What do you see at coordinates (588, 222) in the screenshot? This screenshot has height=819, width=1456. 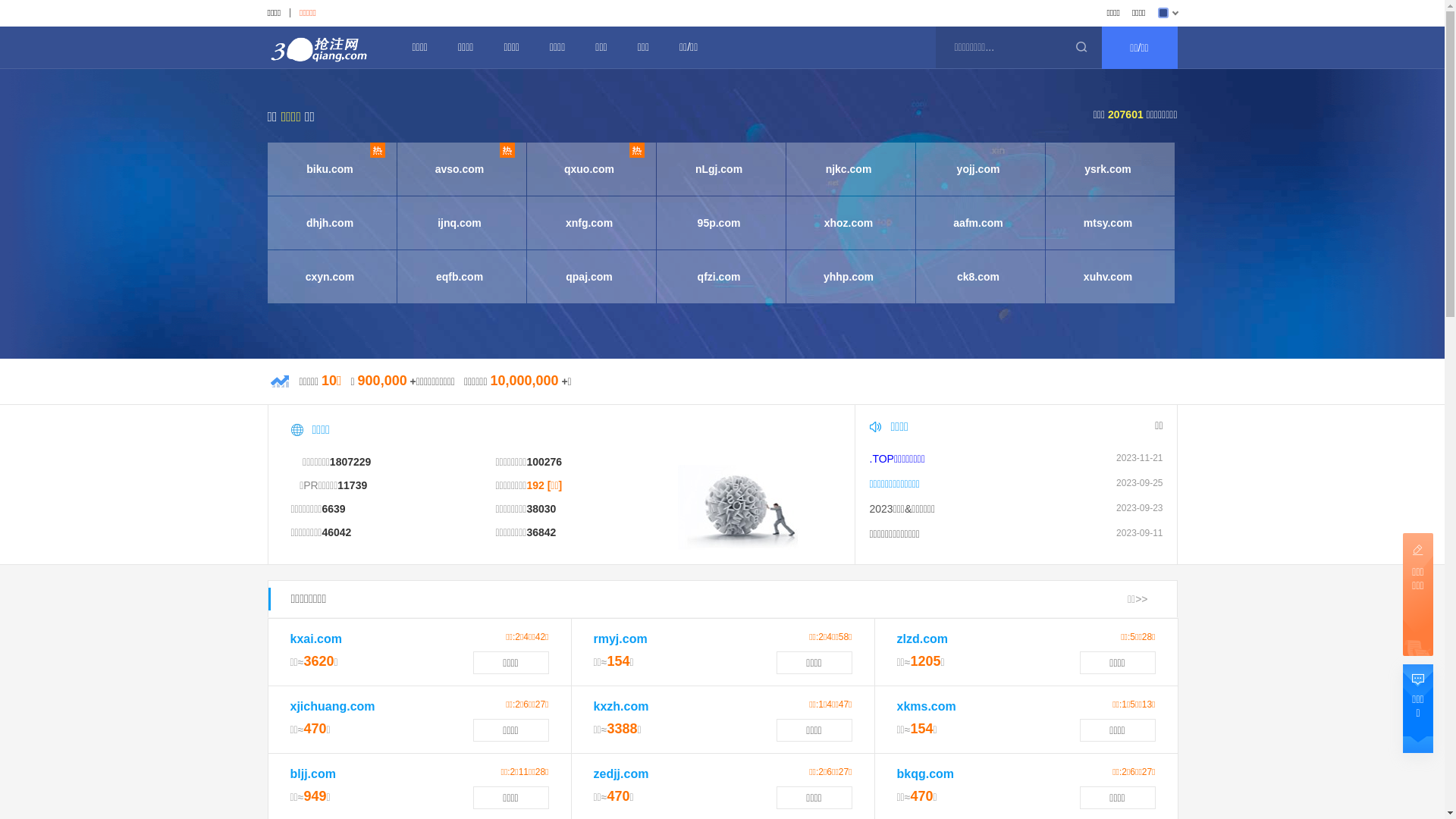 I see `'xnfg.com'` at bounding box center [588, 222].